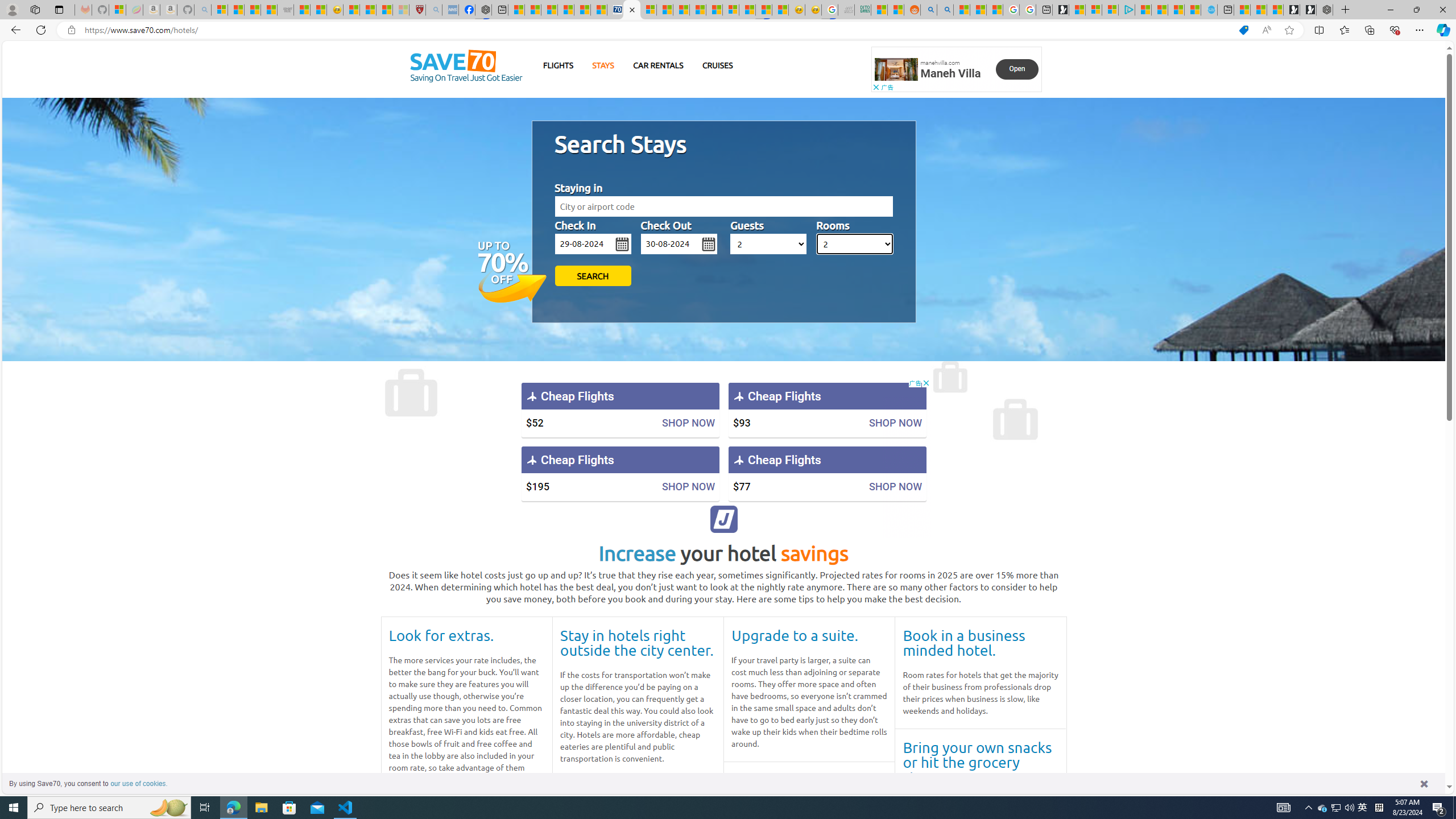 The height and width of the screenshot is (819, 1456). What do you see at coordinates (558, 65) in the screenshot?
I see `'FLIGHTS'` at bounding box center [558, 65].